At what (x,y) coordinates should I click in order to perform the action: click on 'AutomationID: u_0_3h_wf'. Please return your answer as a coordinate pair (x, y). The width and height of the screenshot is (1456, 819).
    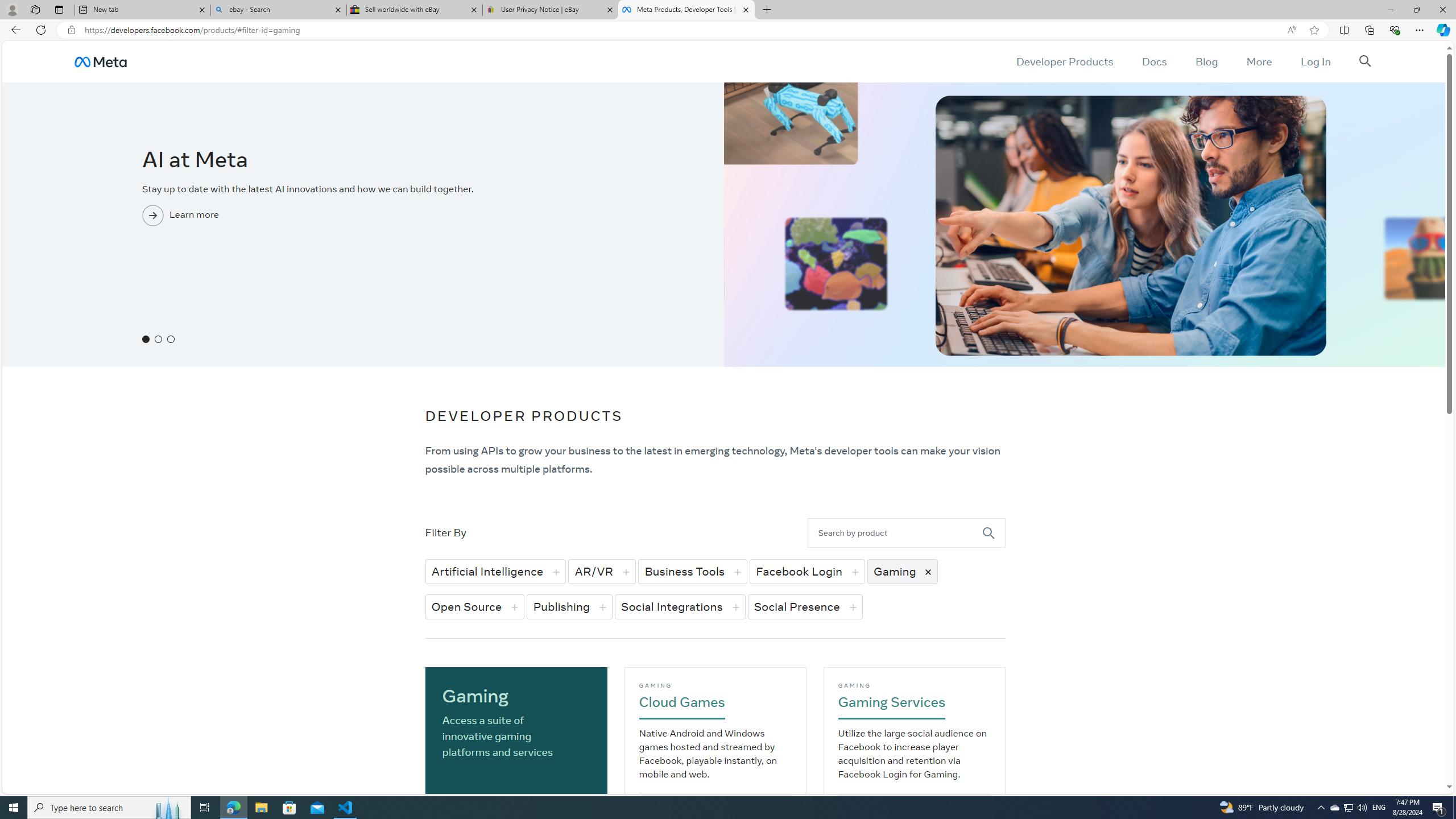
    Looking at the image, I should click on (100, 61).